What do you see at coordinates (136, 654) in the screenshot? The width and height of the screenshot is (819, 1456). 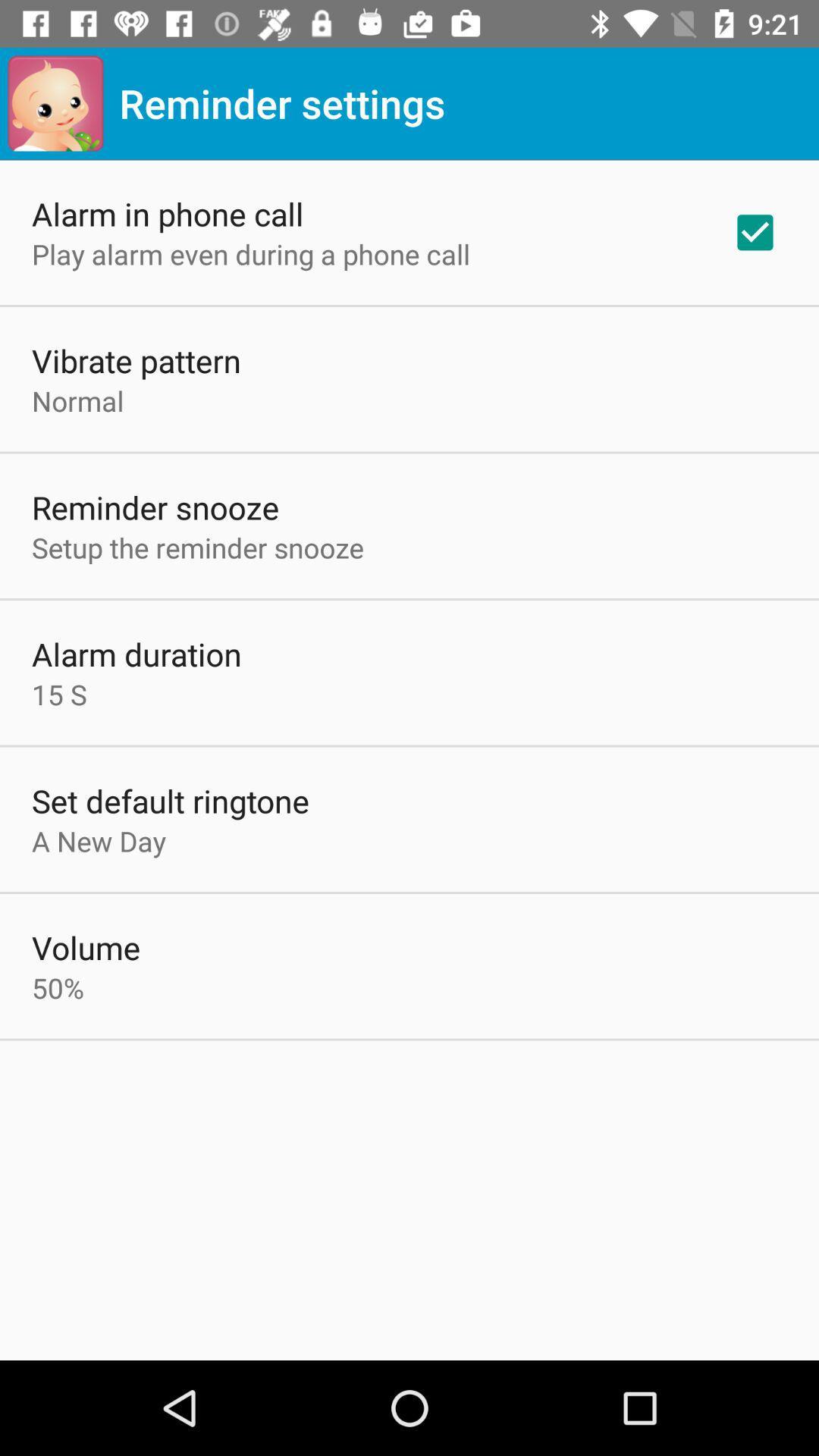 I see `alarm duration item` at bounding box center [136, 654].